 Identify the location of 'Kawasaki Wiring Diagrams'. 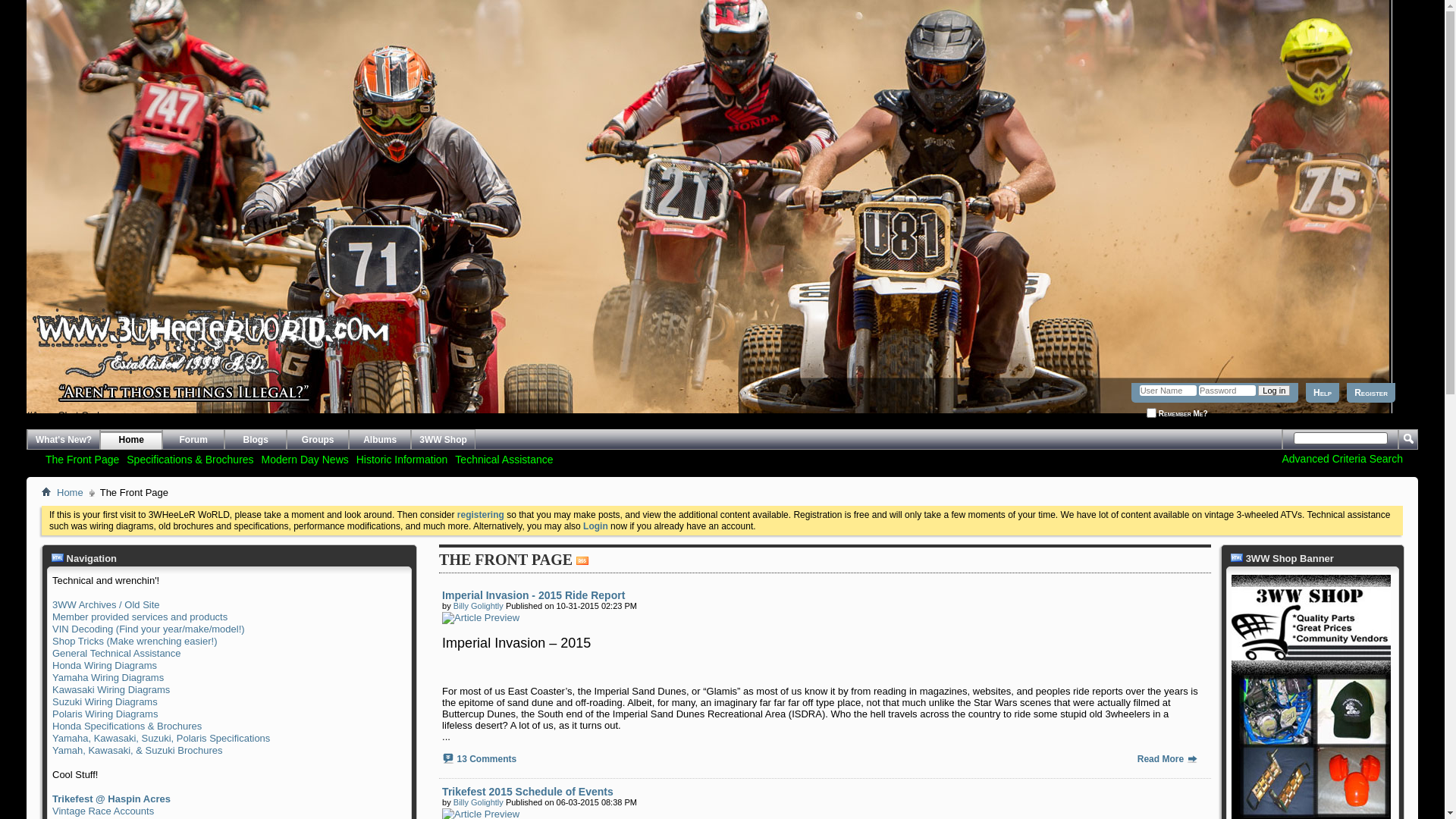
(110, 689).